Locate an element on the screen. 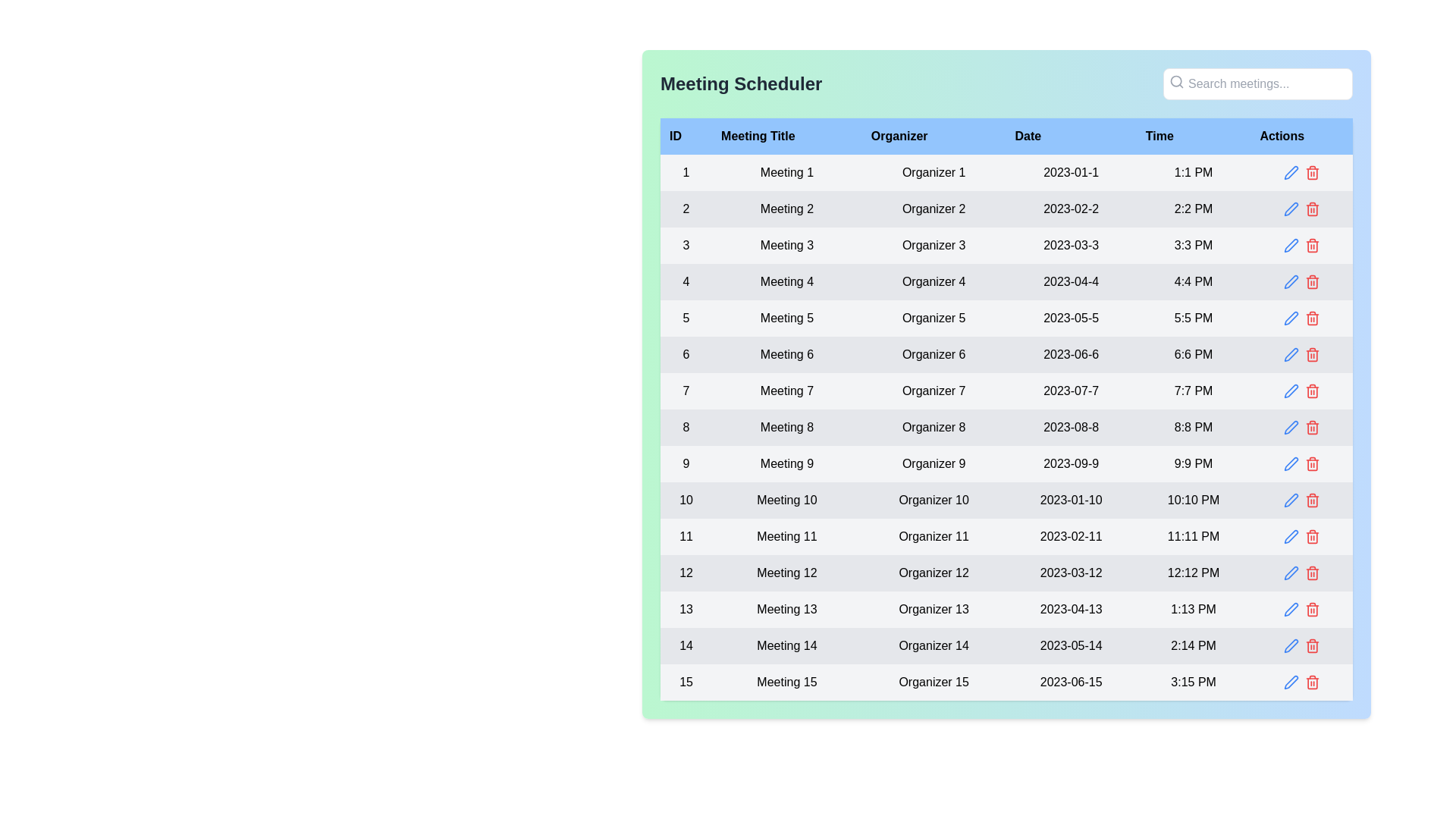  the text content displaying the numeral '1' in the first column of the first row under the 'ID' header in the 'Meeting Scheduler' table is located at coordinates (686, 171).